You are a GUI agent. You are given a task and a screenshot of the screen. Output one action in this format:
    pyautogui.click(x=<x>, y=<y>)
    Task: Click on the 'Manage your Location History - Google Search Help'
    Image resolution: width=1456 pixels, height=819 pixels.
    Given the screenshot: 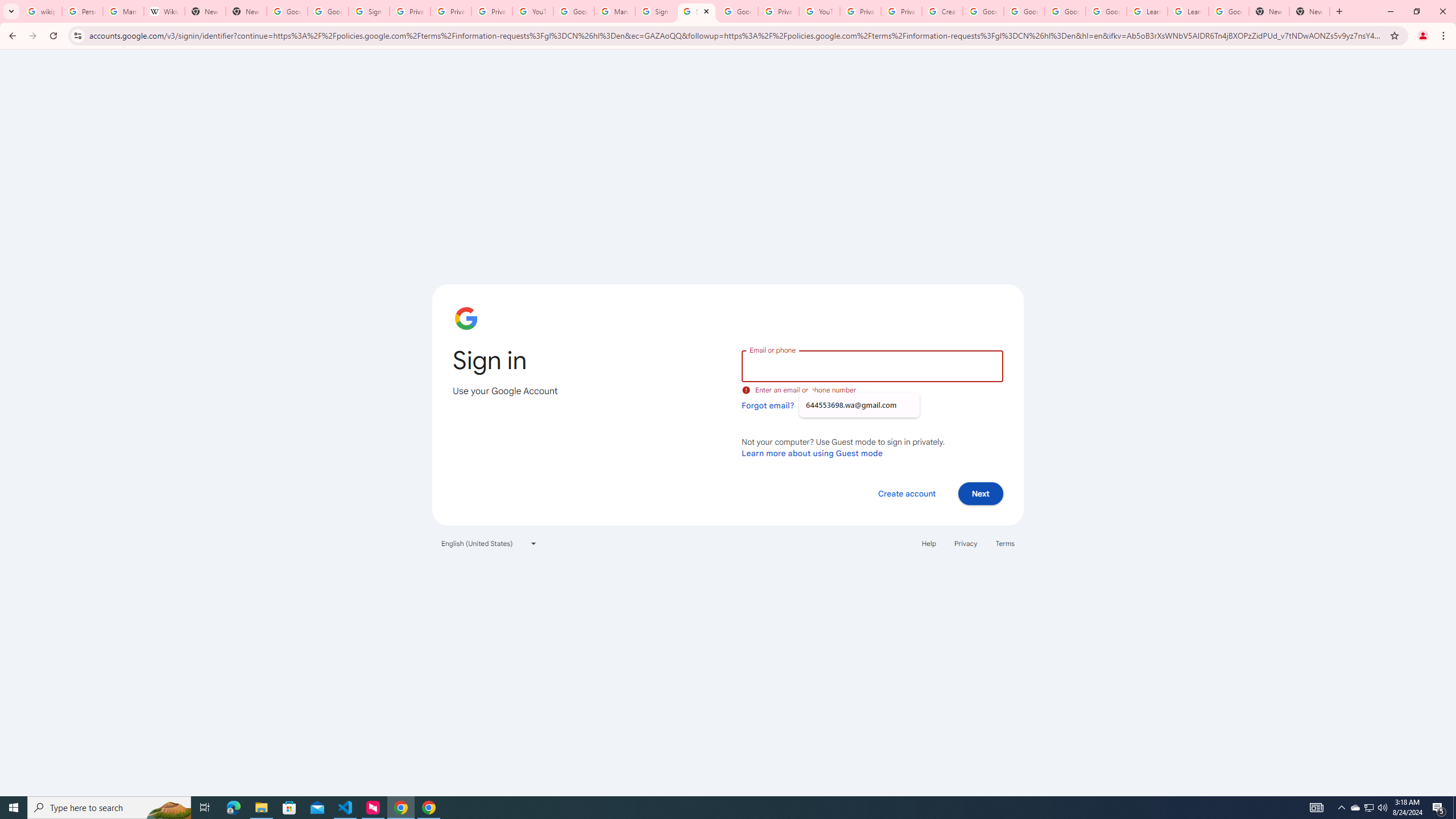 What is the action you would take?
    pyautogui.click(x=123, y=11)
    